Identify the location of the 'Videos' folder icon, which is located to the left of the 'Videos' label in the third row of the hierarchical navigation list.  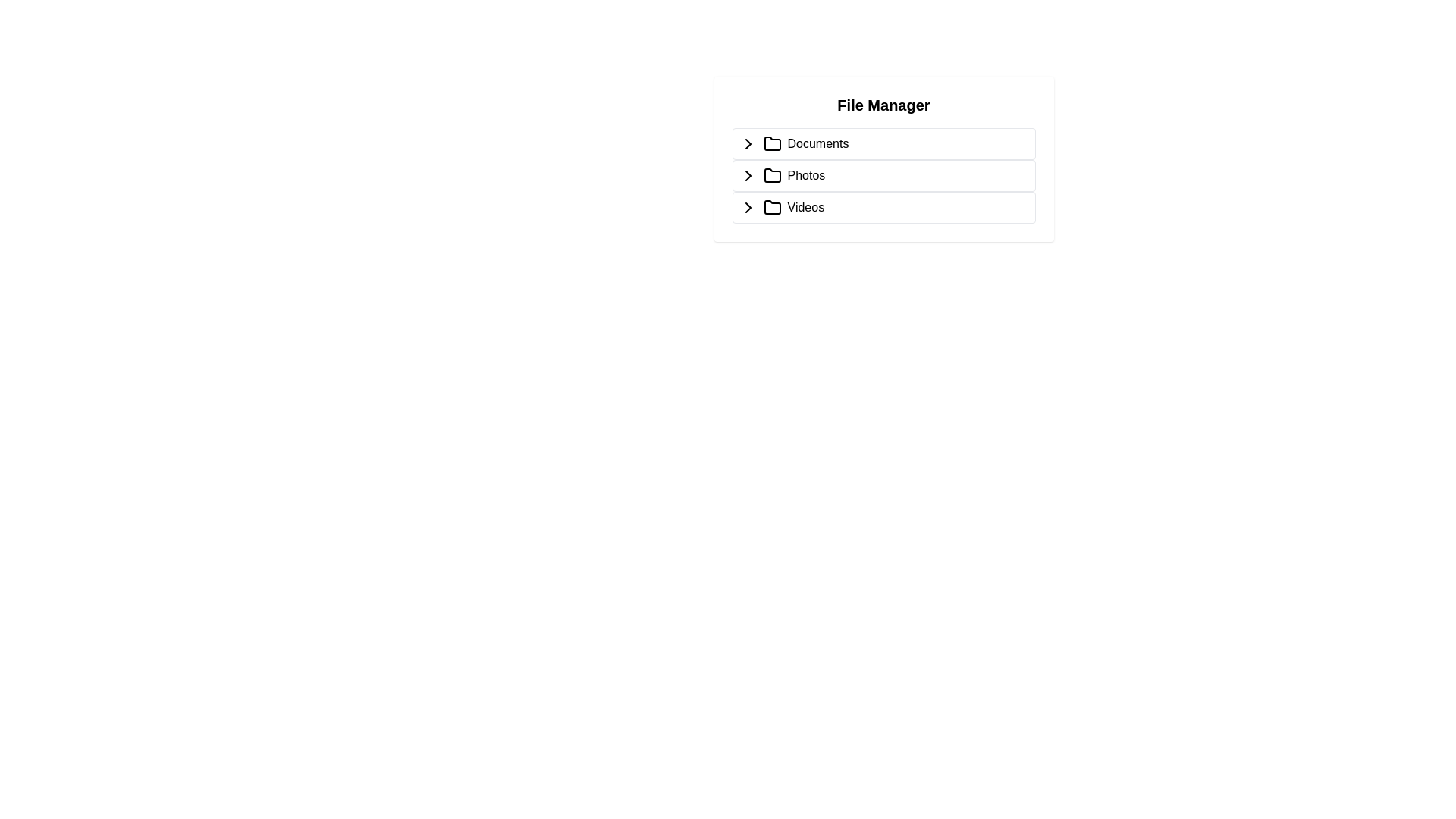
(772, 207).